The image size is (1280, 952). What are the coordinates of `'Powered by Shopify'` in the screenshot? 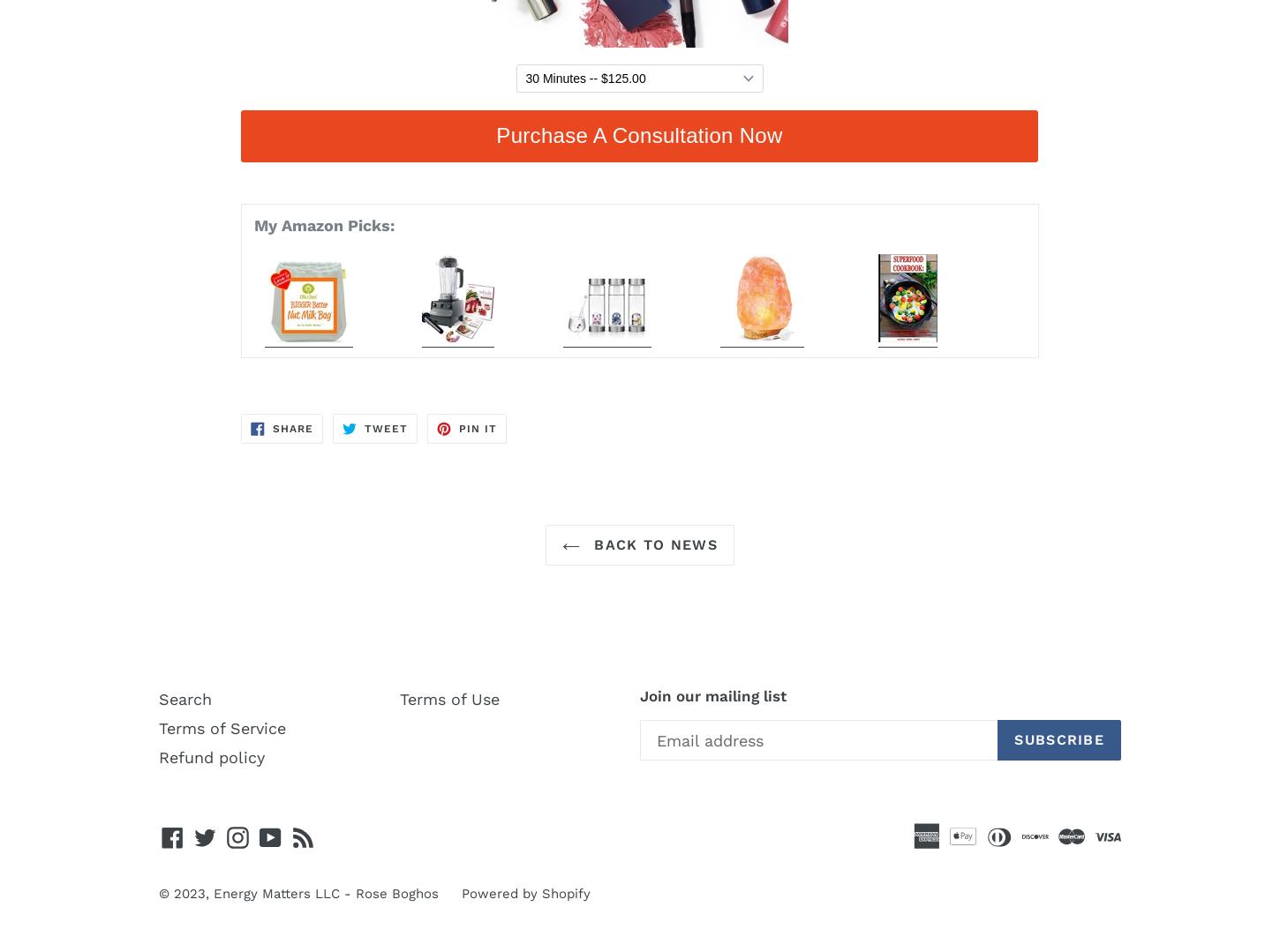 It's located at (462, 893).